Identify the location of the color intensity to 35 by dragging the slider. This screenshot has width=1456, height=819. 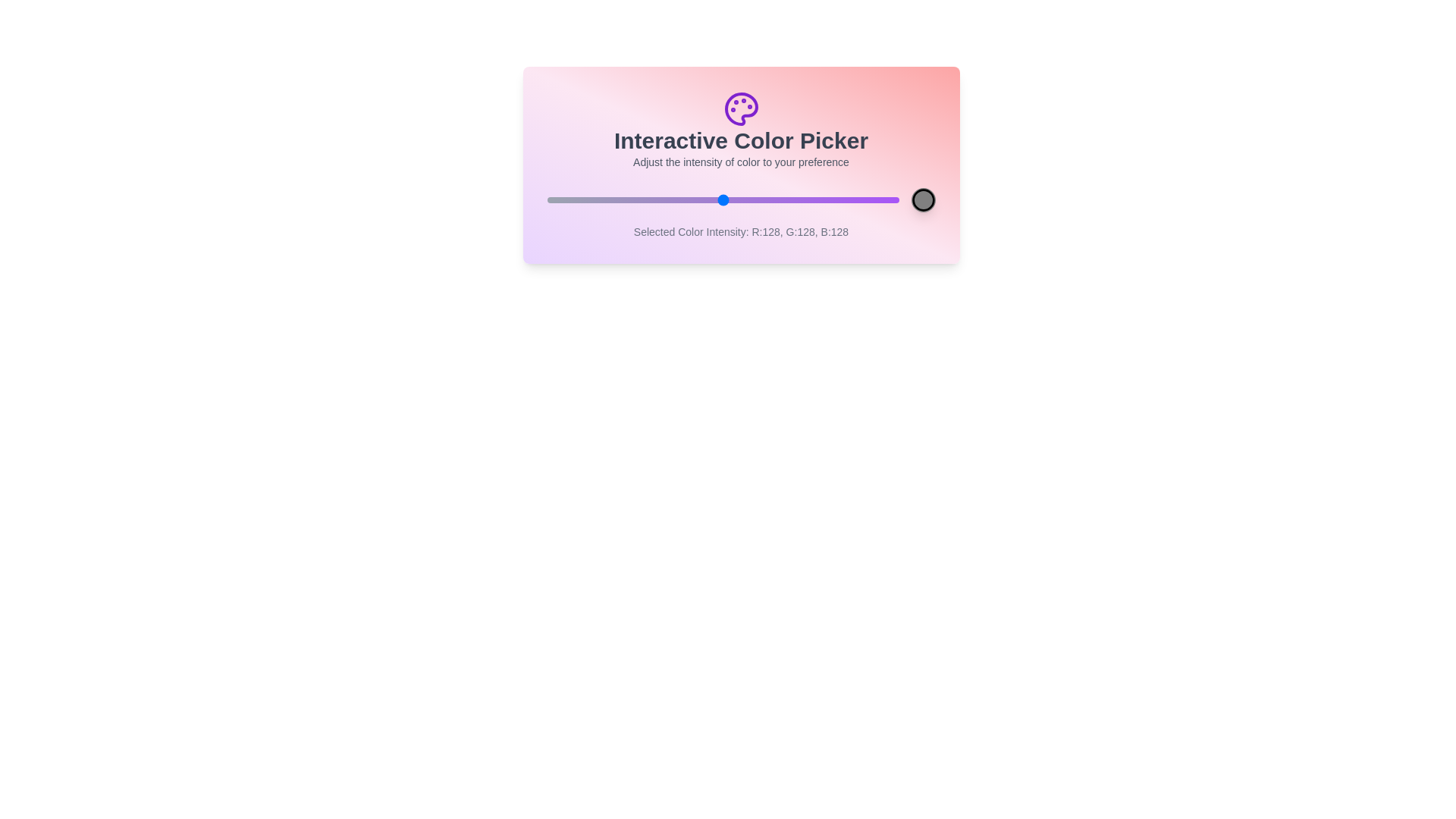
(594, 199).